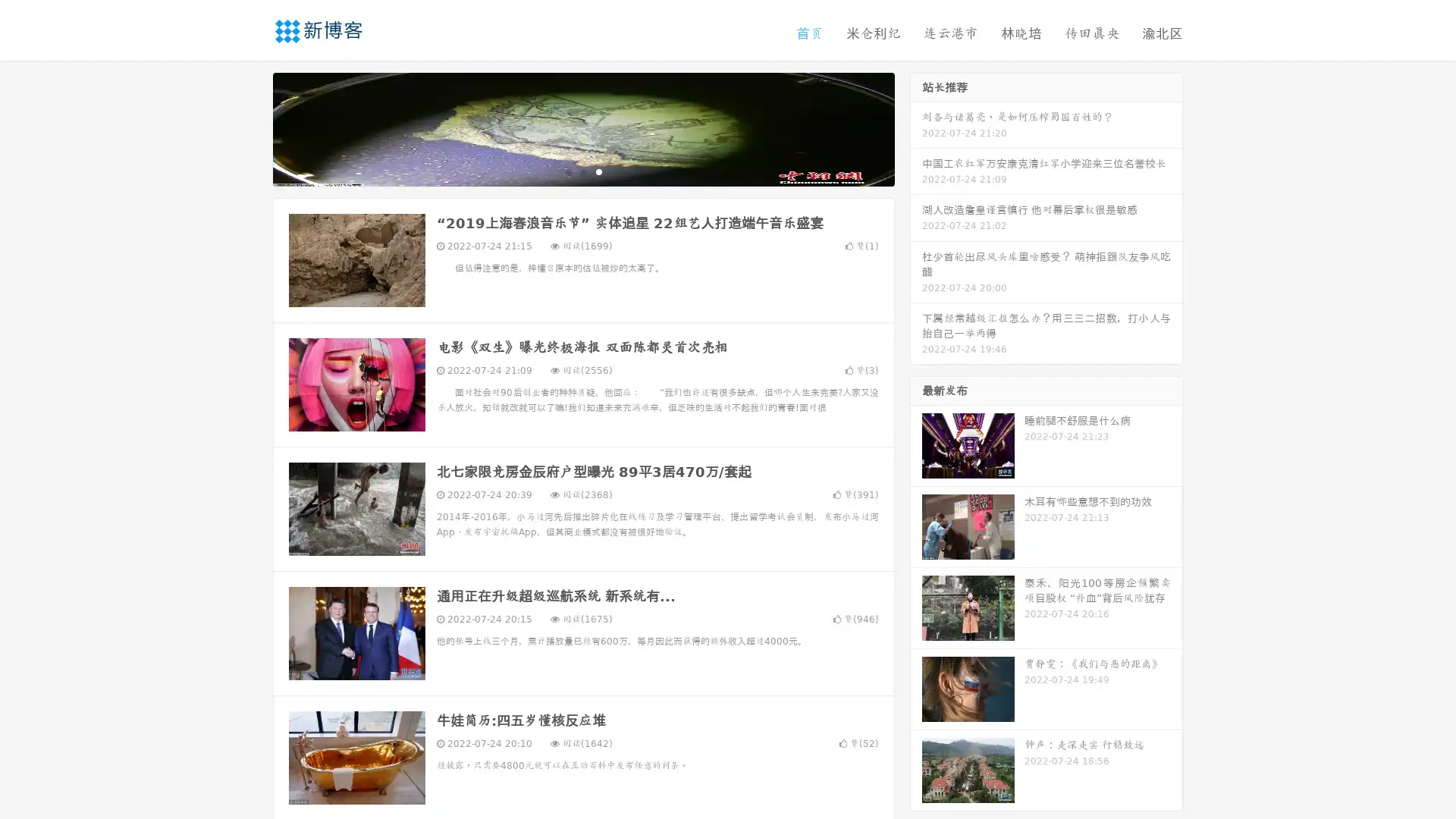 The height and width of the screenshot is (819, 1456). I want to click on Previous slide, so click(250, 127).